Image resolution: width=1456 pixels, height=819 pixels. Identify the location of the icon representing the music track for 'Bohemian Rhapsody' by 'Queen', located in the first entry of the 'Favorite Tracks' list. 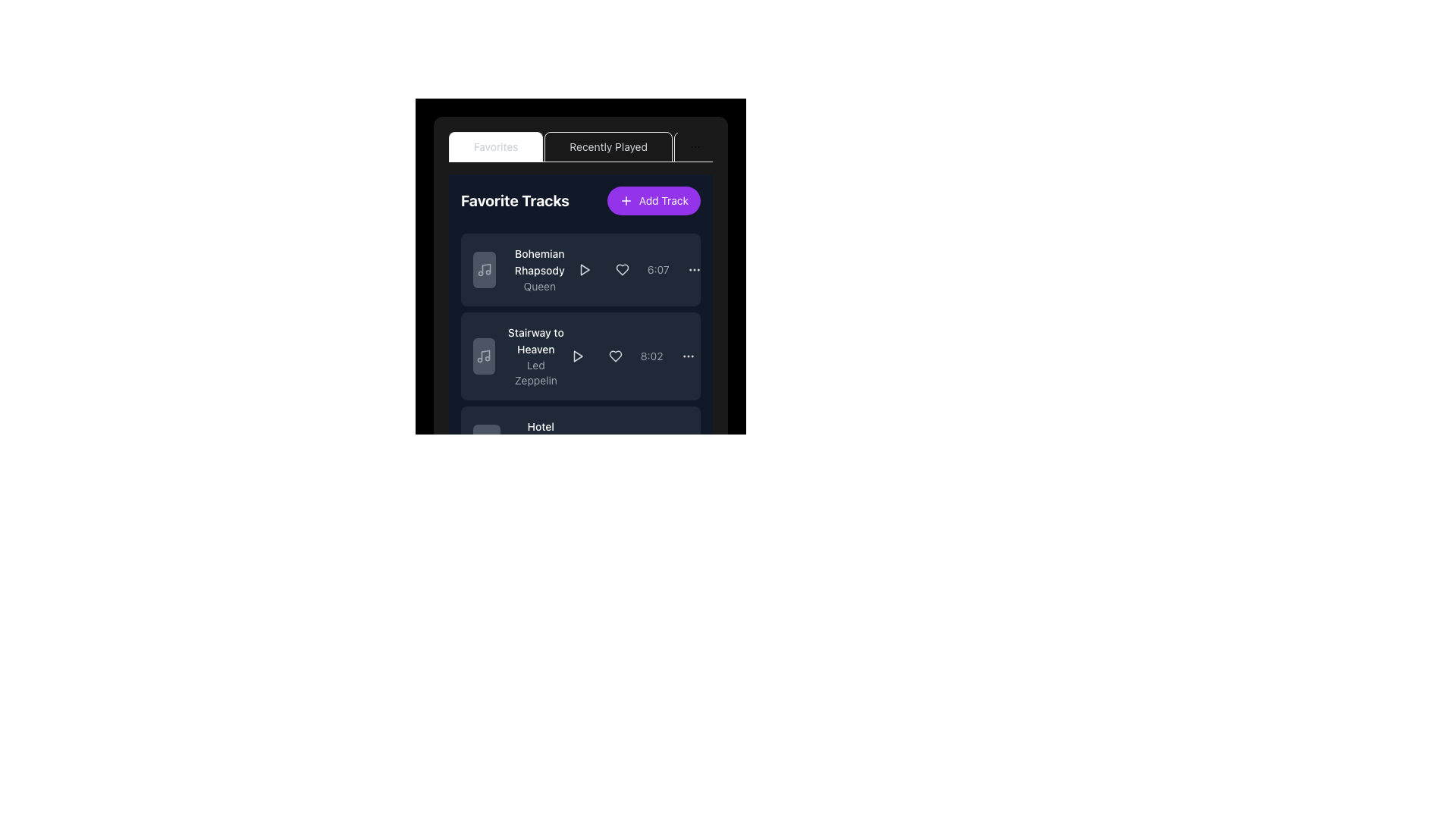
(483, 268).